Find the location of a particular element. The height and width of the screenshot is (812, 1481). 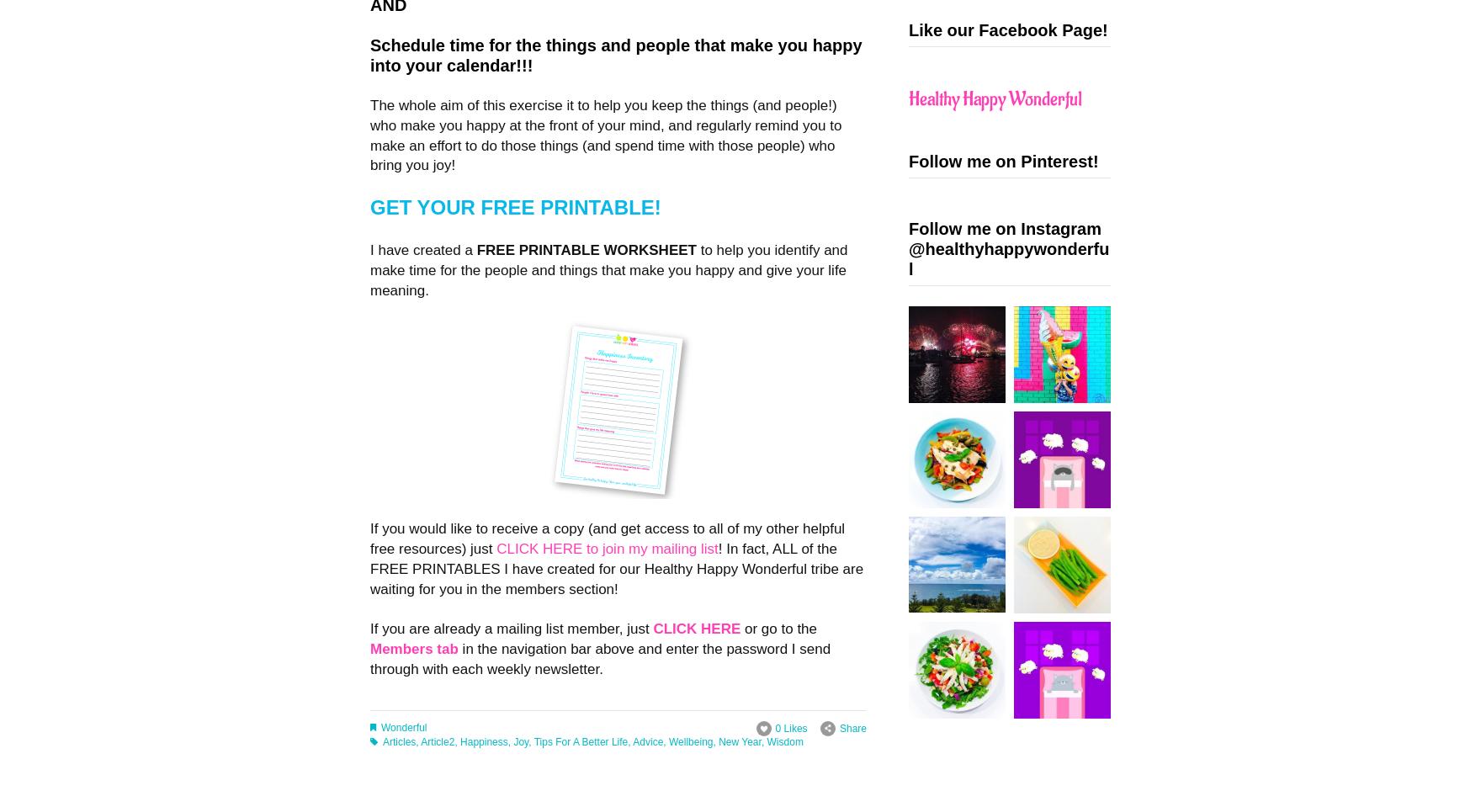

'Tips for a Better Life' is located at coordinates (579, 741).